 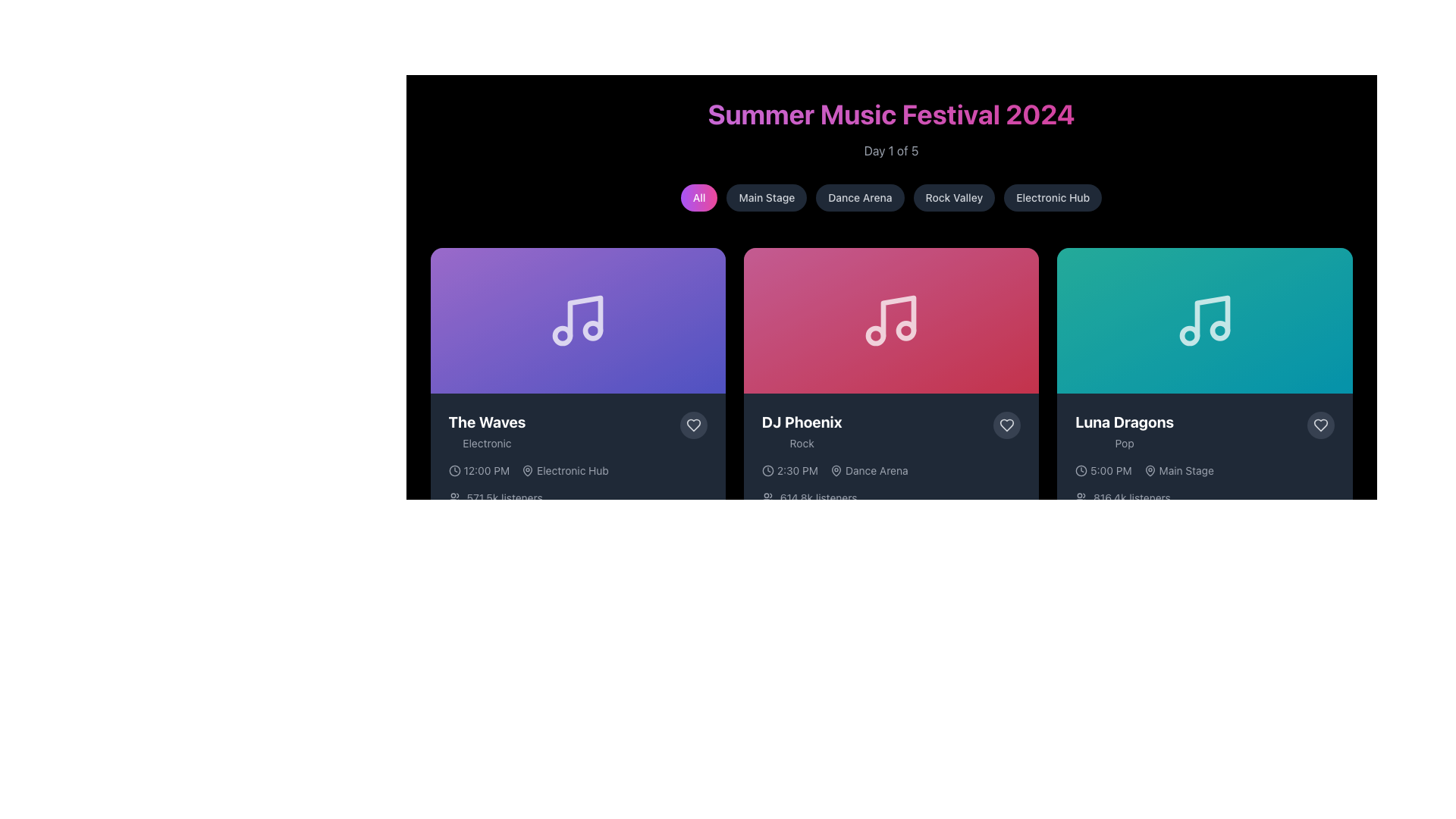 What do you see at coordinates (869, 470) in the screenshot?
I see `the 'Dance Arena' label with location pin icon located in the bottom portion of DJ Phoenix's card, positioned to the right of the time indicator '2:30 PM'` at bounding box center [869, 470].